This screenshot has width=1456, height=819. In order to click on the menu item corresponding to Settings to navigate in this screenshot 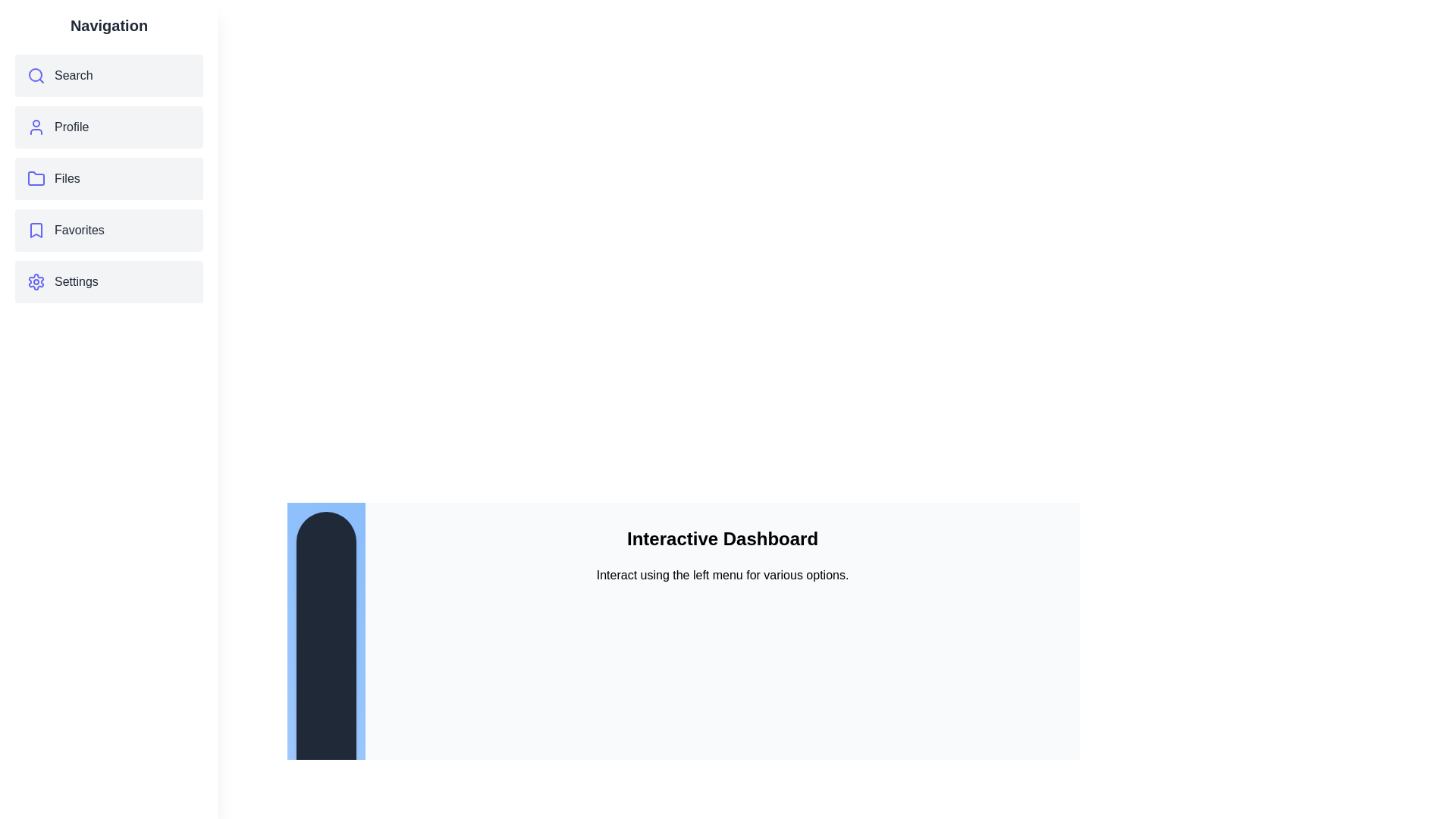, I will do `click(108, 281)`.